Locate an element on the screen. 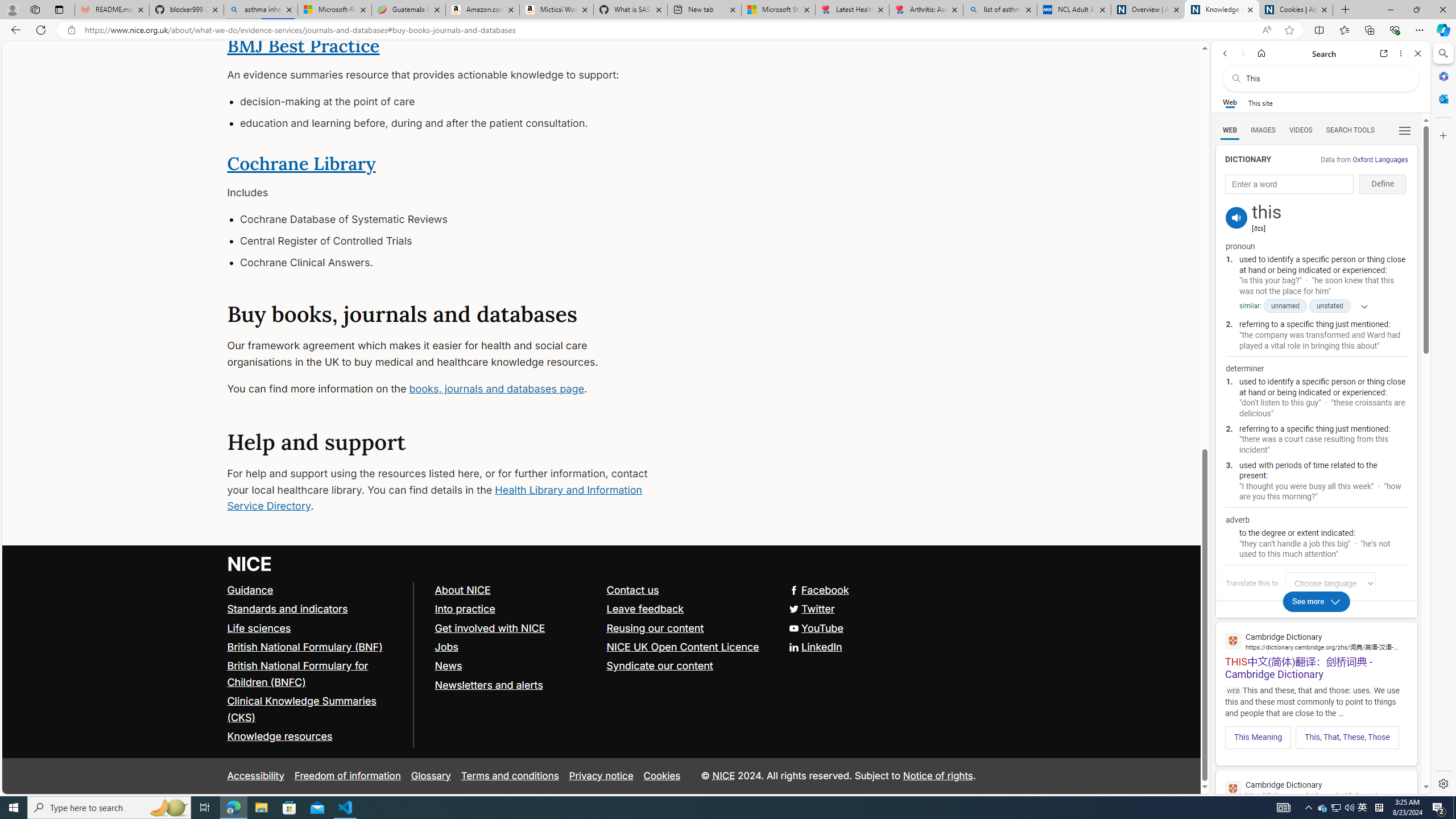 Image resolution: width=1456 pixels, height=819 pixels. 'See more' is located at coordinates (1317, 601).